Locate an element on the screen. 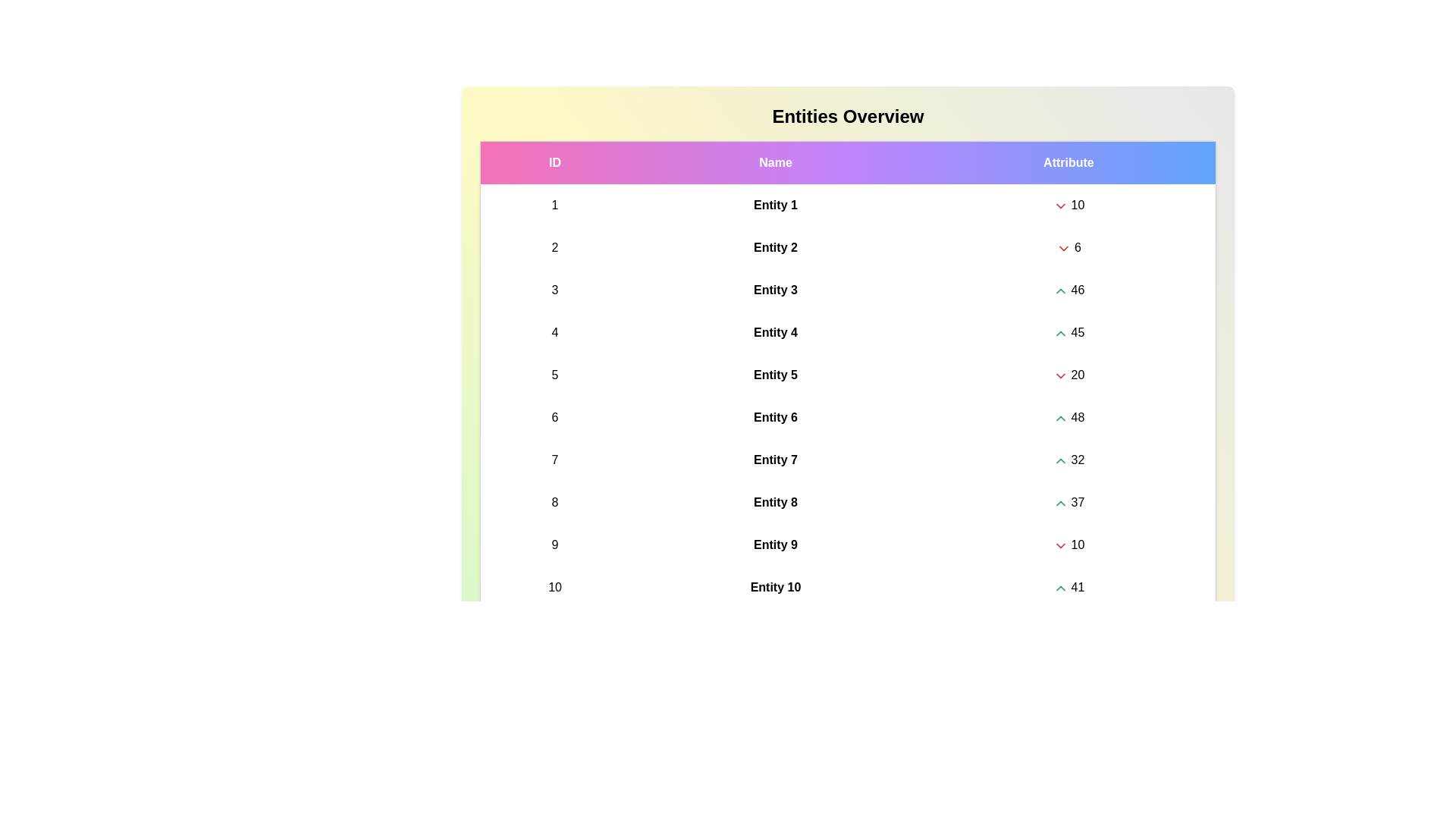 Image resolution: width=1456 pixels, height=819 pixels. the table header Attribute to sort the table by that column is located at coordinates (1068, 162).